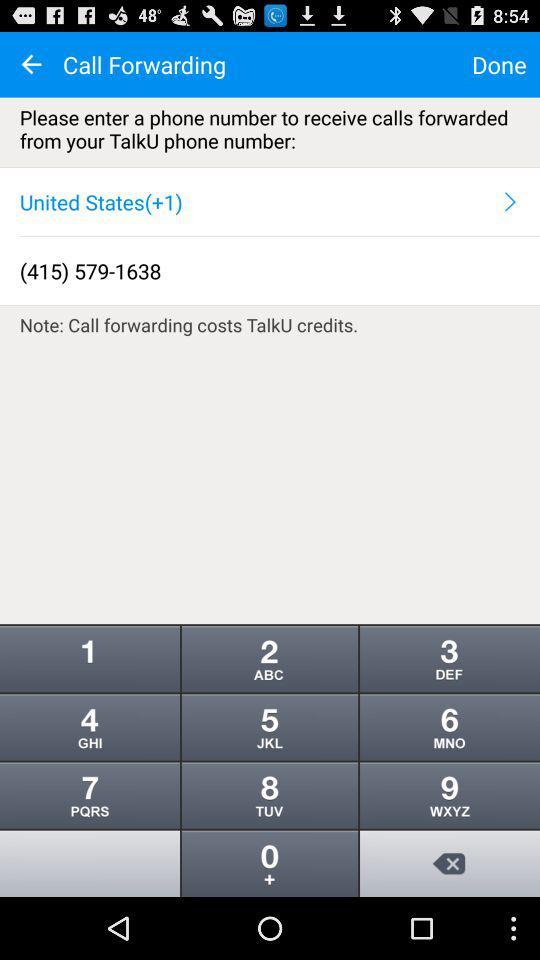 This screenshot has width=540, height=960. Describe the element at coordinates (270, 777) in the screenshot. I see `the more icon` at that location.